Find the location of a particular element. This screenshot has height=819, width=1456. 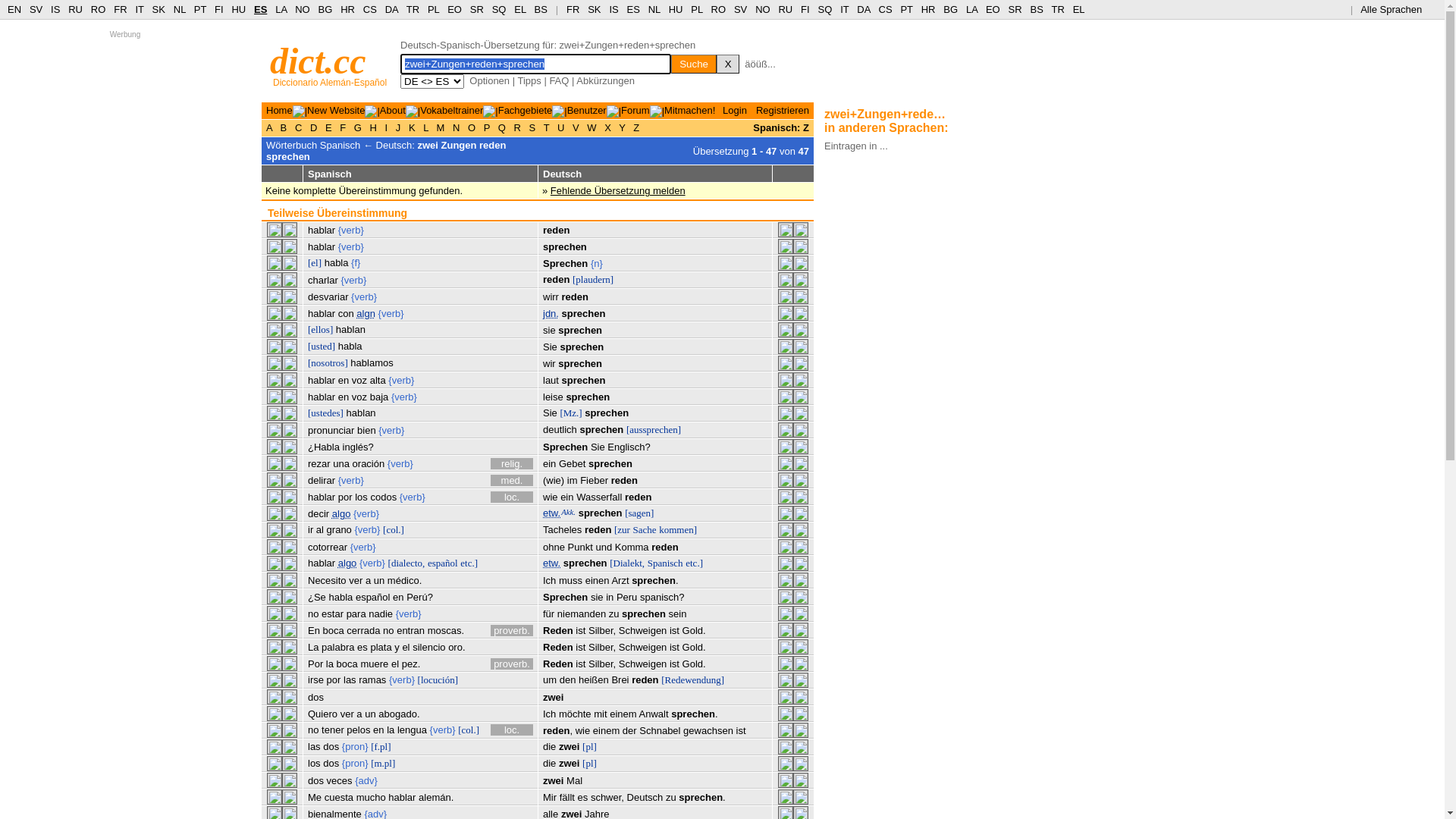

'Spanisch' is located at coordinates (665, 563).